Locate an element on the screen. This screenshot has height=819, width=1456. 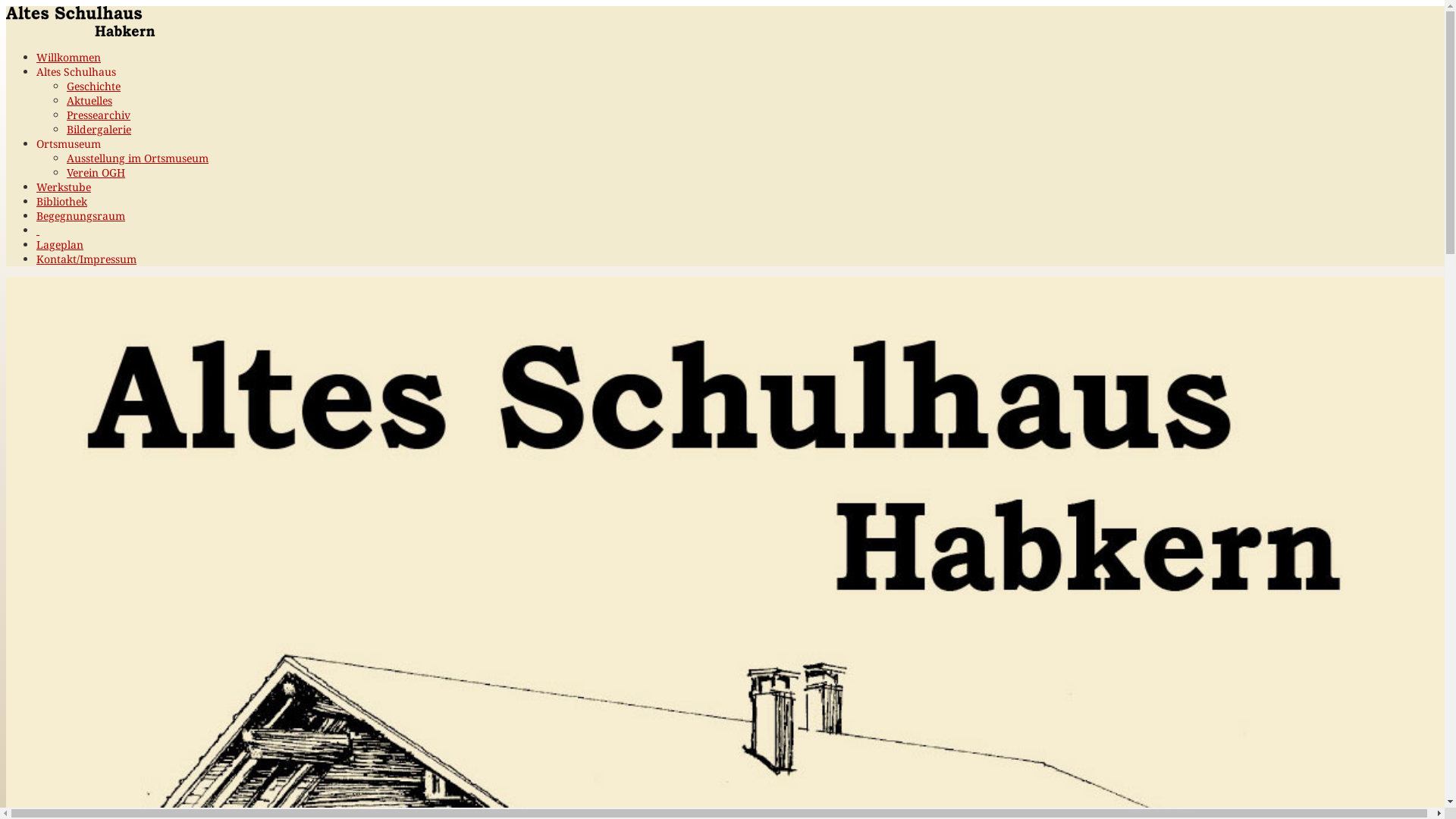
'Pressearchiv' is located at coordinates (97, 114).